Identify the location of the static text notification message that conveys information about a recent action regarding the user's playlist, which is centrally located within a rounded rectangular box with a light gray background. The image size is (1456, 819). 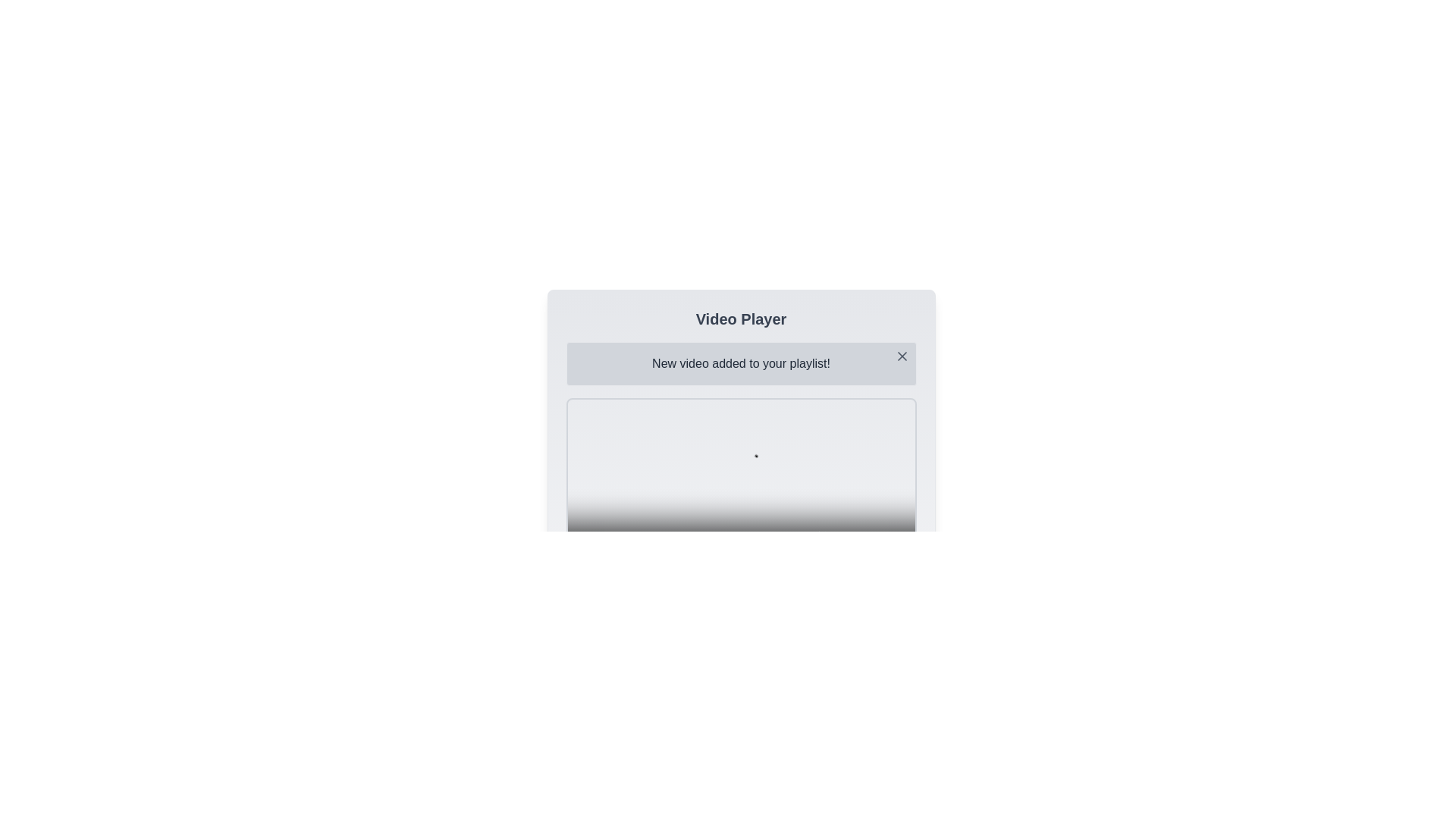
(741, 363).